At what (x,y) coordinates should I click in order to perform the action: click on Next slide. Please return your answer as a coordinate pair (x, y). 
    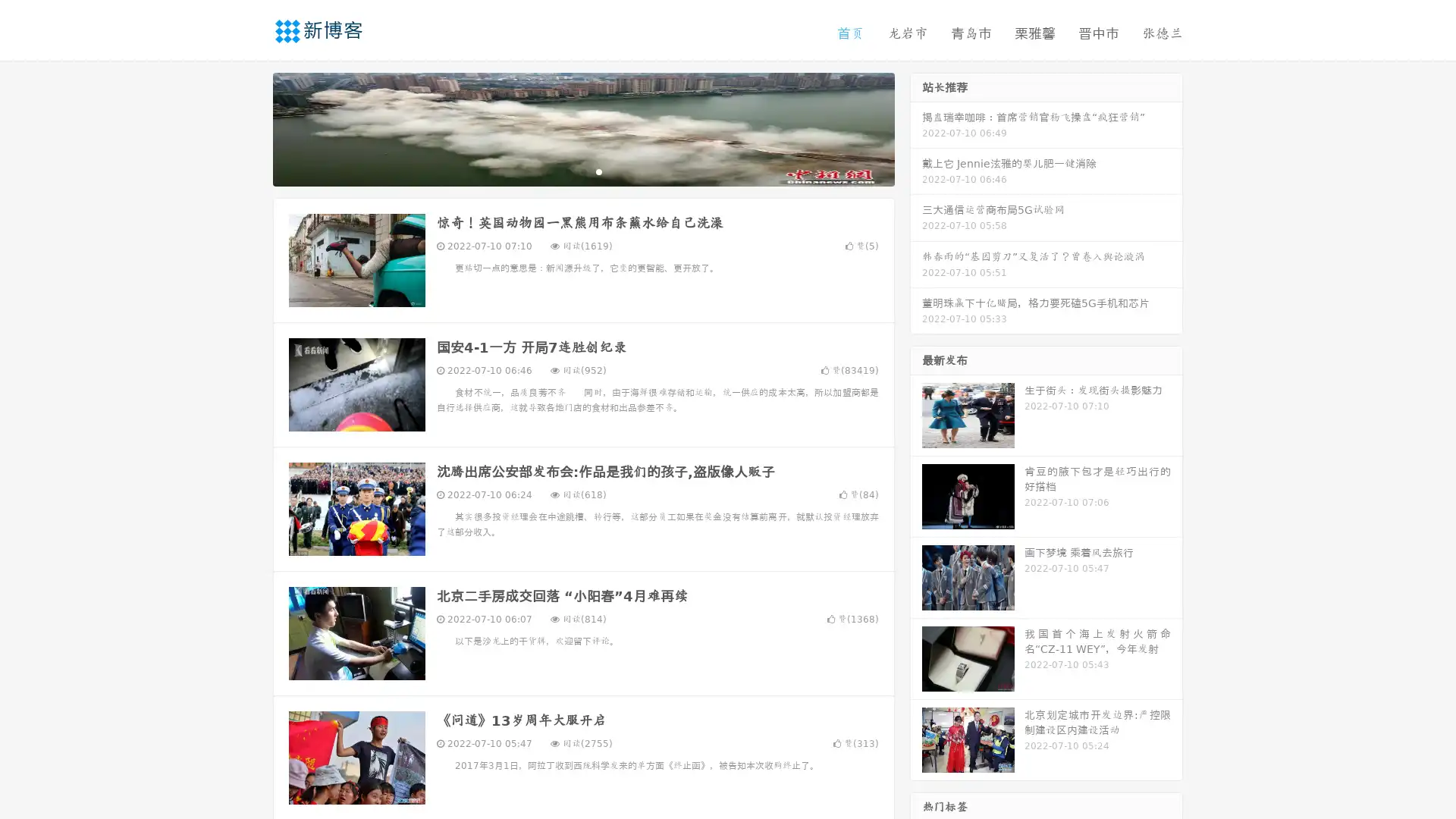
    Looking at the image, I should click on (916, 127).